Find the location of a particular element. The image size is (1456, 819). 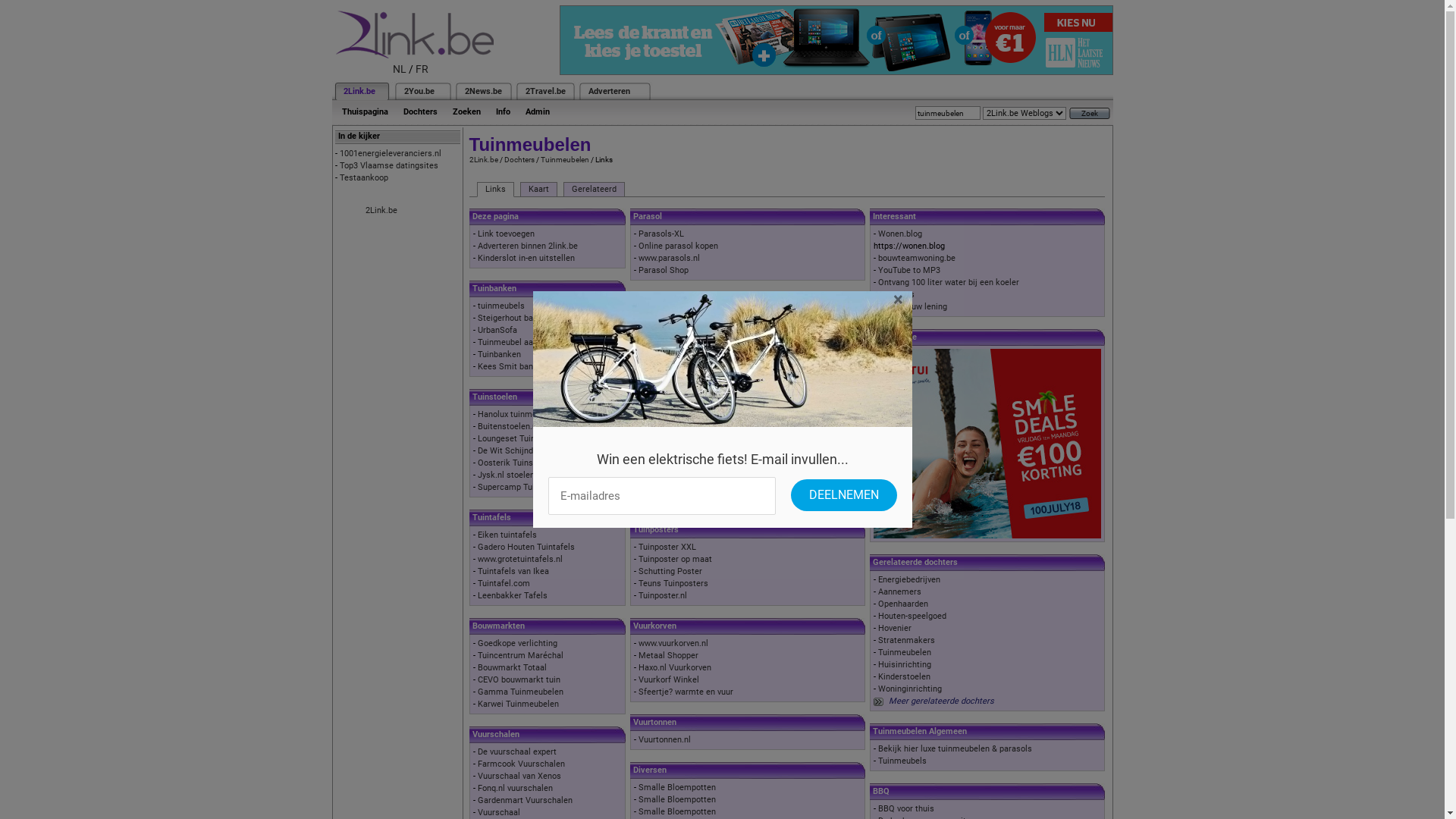

'YouTube to MP3' is located at coordinates (909, 269).